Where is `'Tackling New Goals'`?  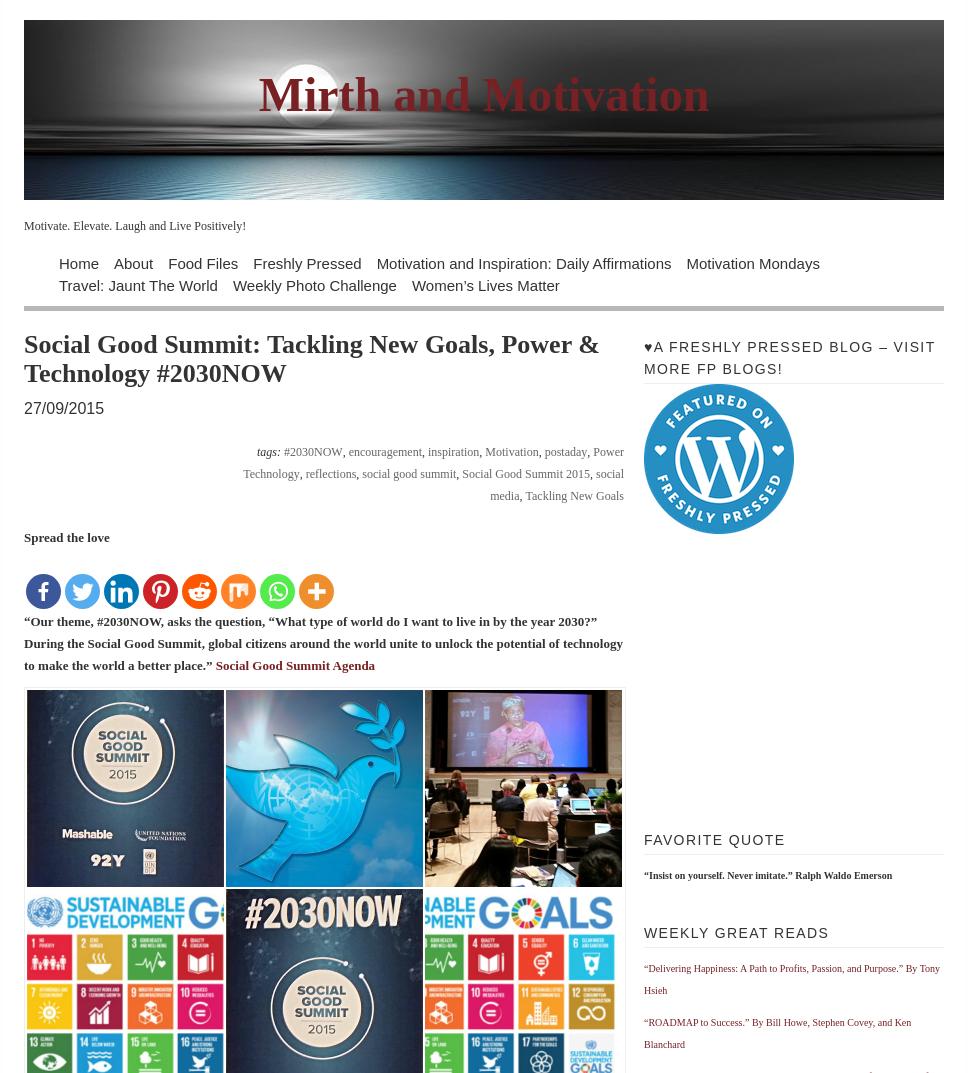 'Tackling New Goals' is located at coordinates (574, 495).